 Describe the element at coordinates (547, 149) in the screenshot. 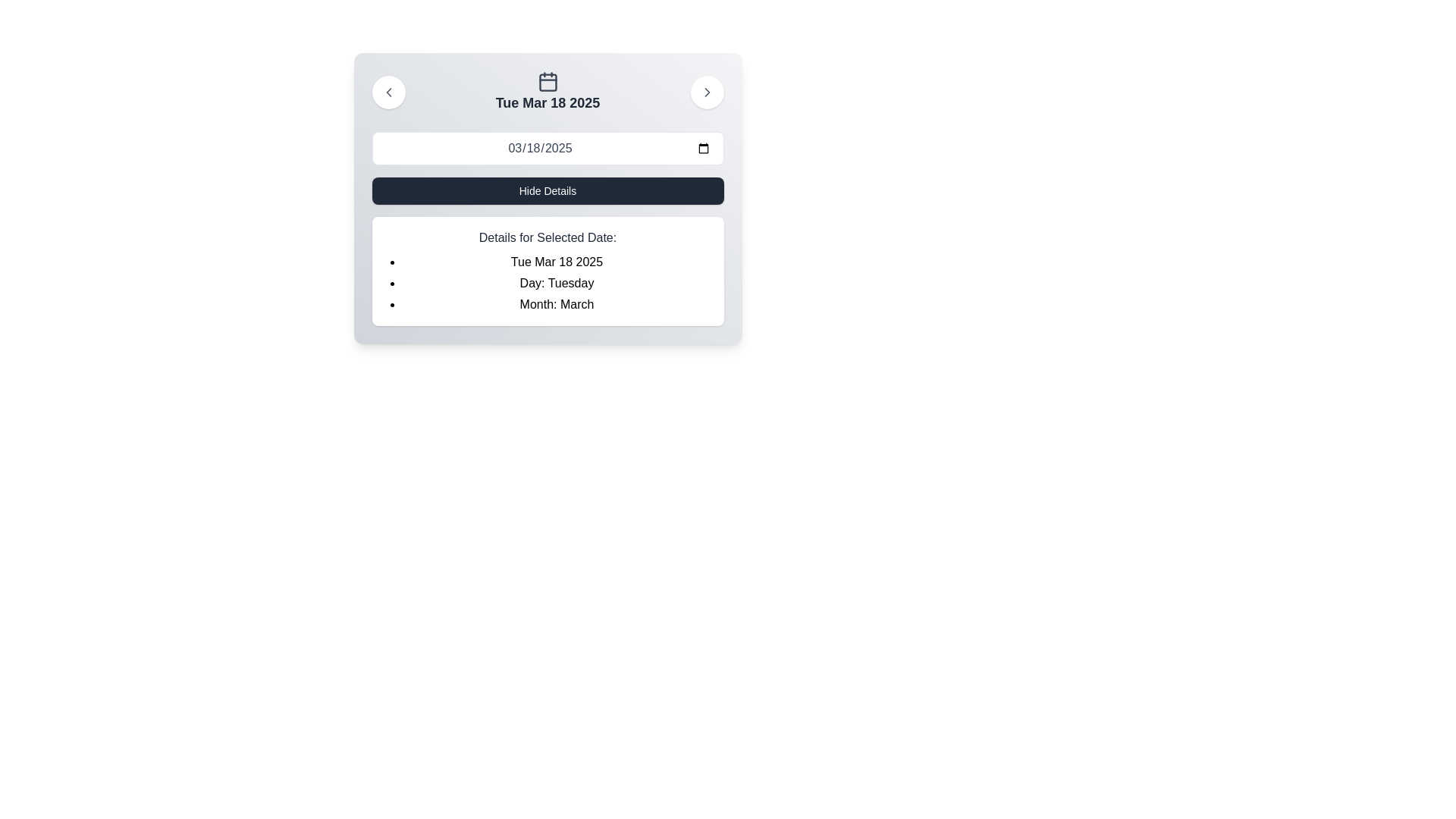

I see `the date input field located below the heading 'Tue Mar 18 2025'` at that location.